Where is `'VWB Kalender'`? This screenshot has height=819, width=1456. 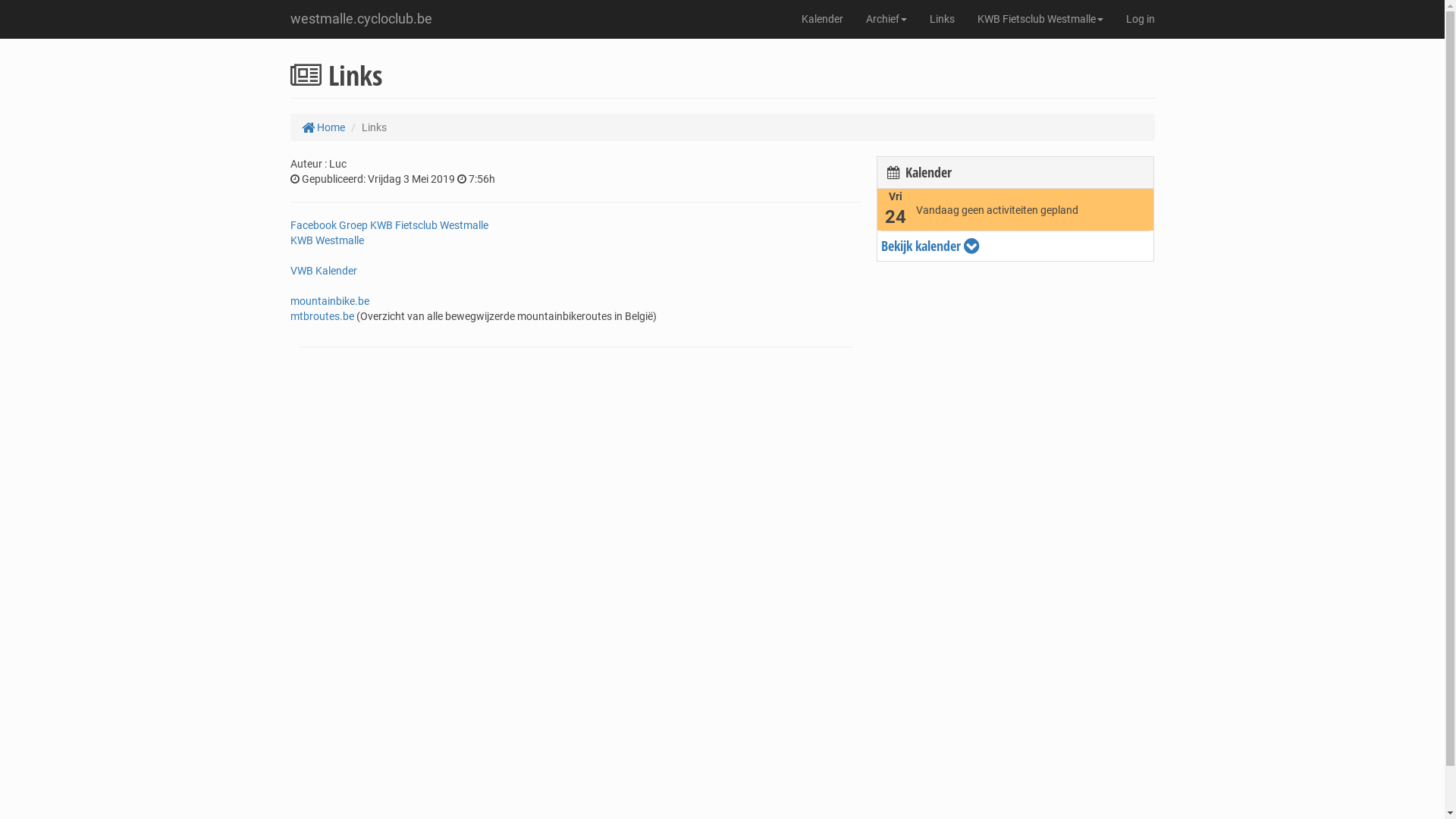 'VWB Kalender' is located at coordinates (322, 270).